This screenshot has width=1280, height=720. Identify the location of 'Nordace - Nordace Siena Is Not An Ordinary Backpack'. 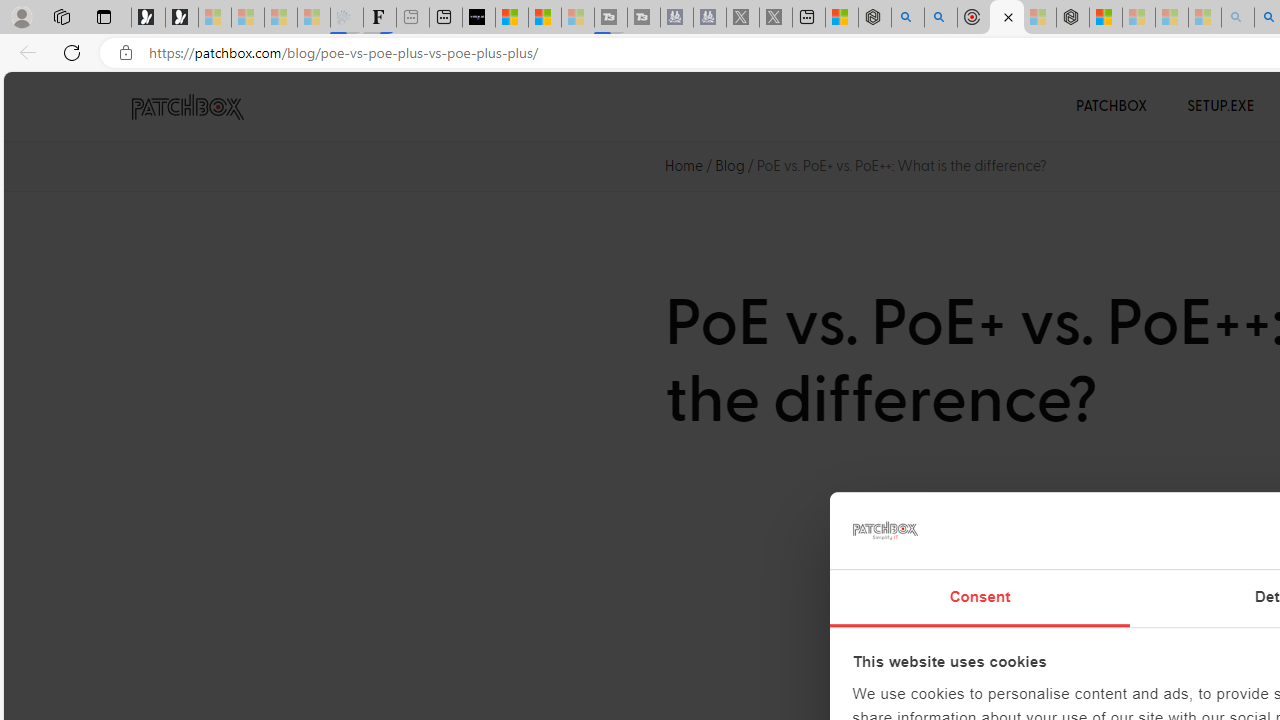
(1072, 17).